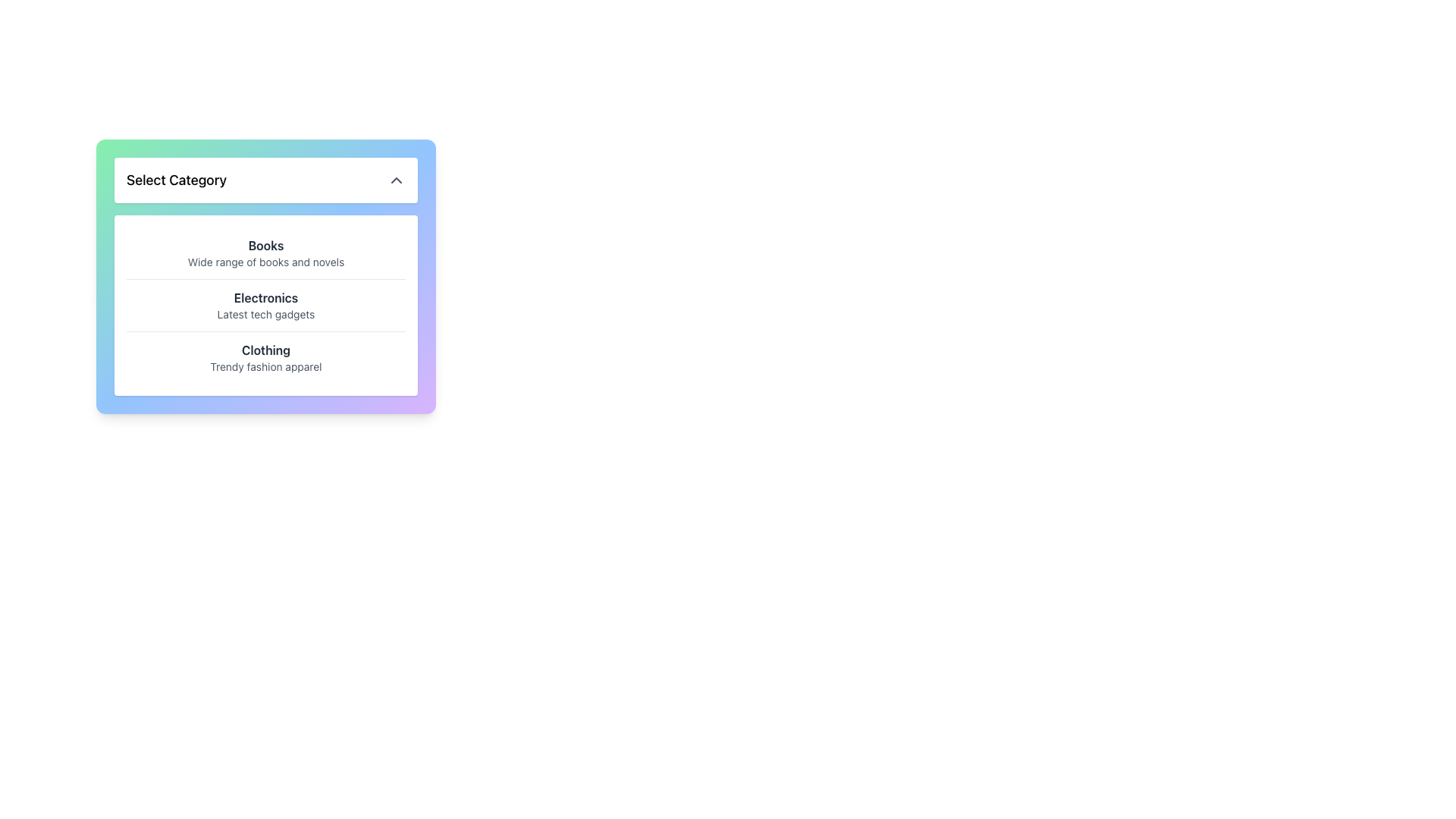  I want to click on the 'Electronics' category list item, which displays 'Electronics' in bold and 'Latest tech gadgets' in a lighter font, so click(265, 305).